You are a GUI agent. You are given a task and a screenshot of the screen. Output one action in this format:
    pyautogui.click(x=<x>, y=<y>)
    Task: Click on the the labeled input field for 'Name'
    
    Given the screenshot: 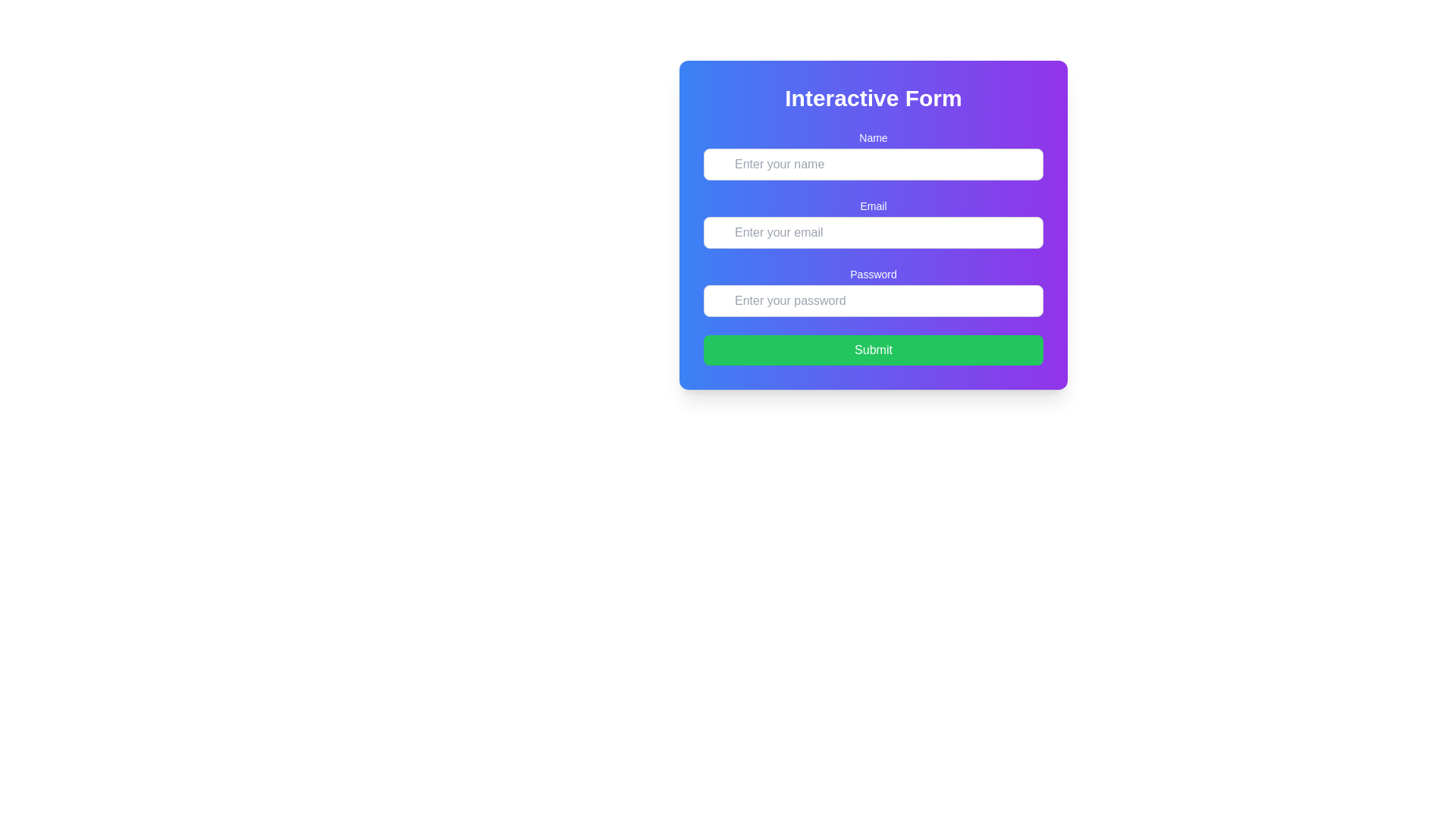 What is the action you would take?
    pyautogui.click(x=874, y=155)
    